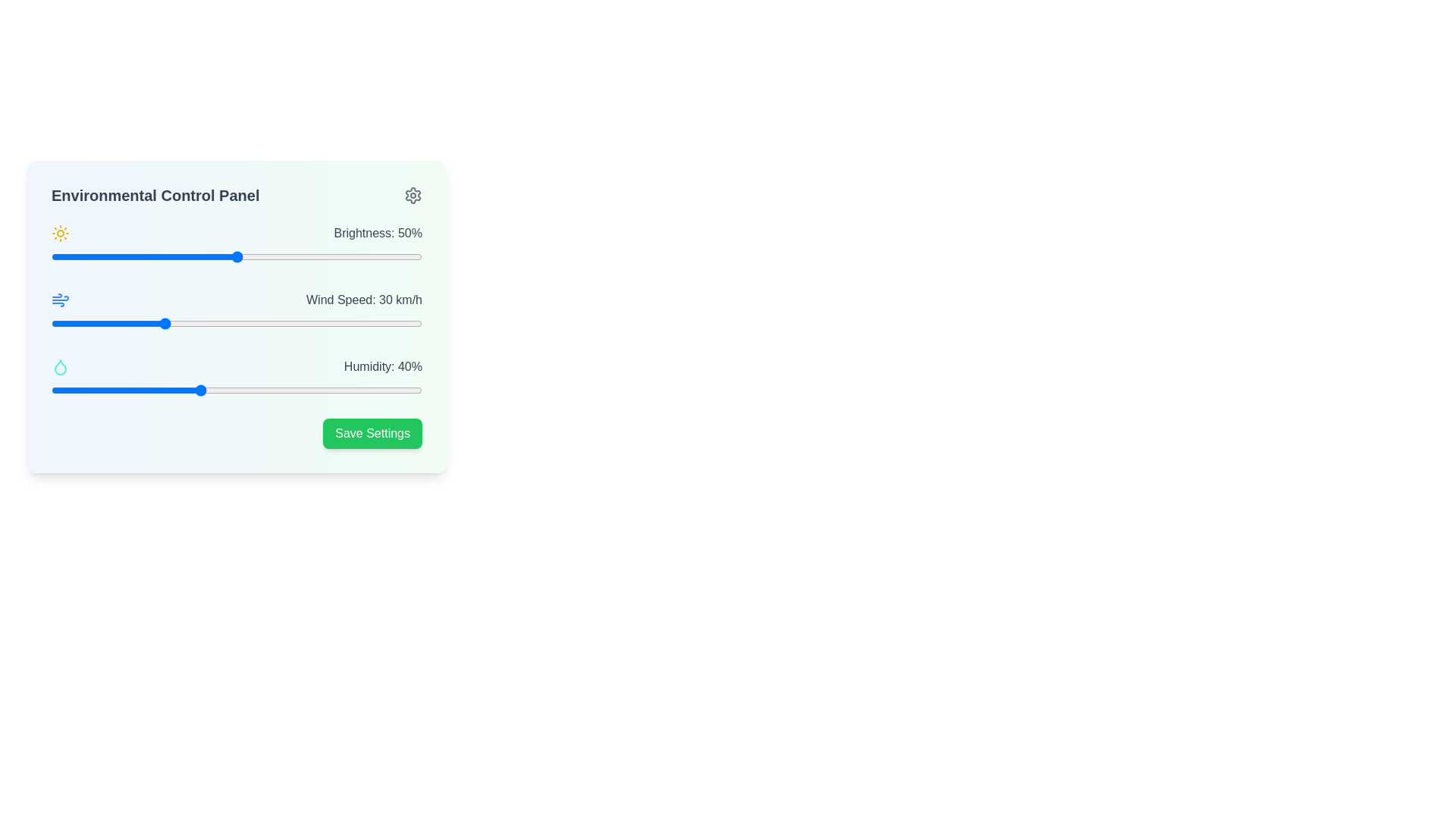 The width and height of the screenshot is (1456, 819). What do you see at coordinates (236, 256) in the screenshot?
I see `the horizontal brightness slider labeled 'Brightness: 50%' to set its position` at bounding box center [236, 256].